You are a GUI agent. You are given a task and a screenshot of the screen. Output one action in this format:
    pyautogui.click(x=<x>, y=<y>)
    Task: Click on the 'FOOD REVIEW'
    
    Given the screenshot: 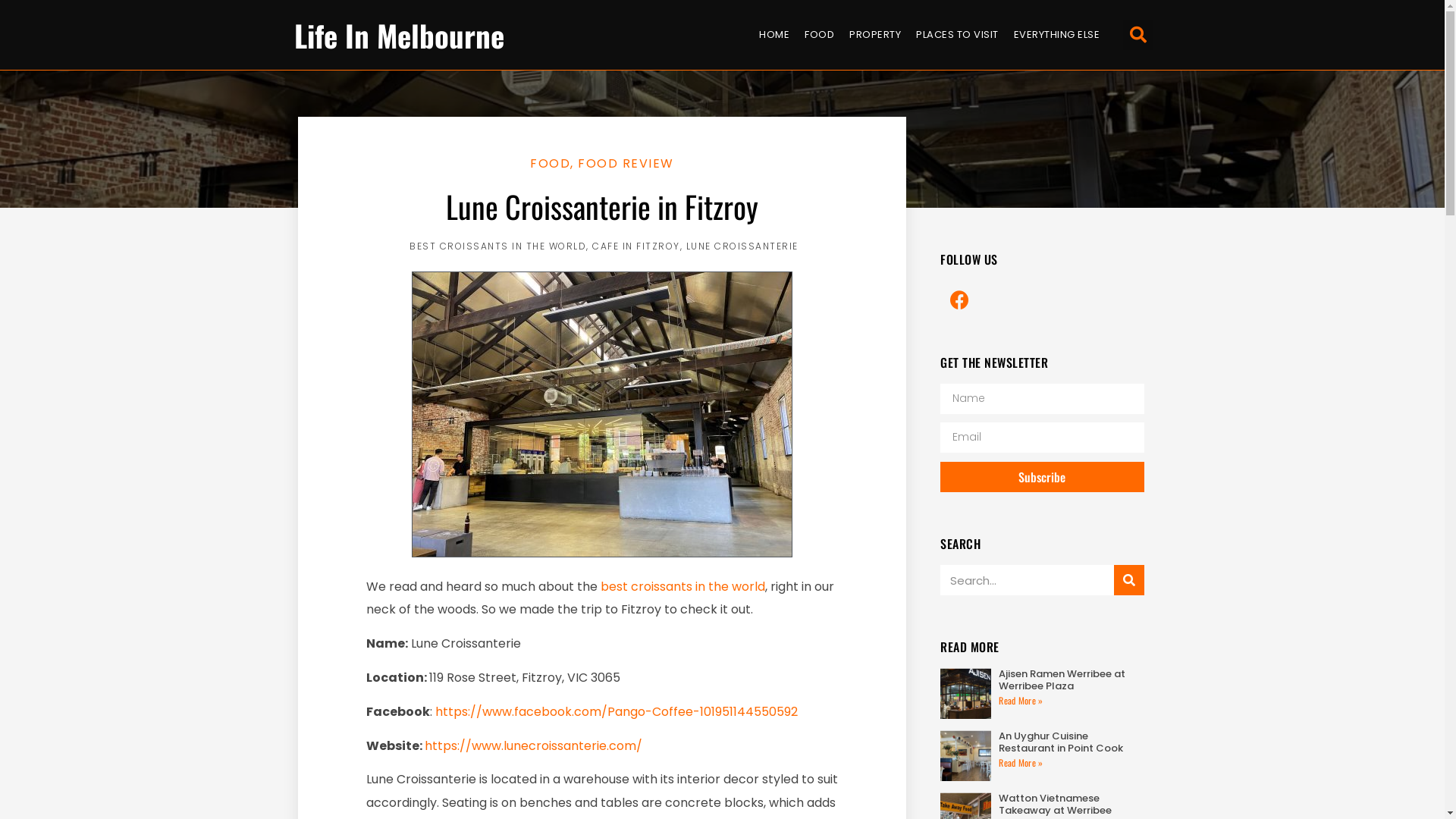 What is the action you would take?
    pyautogui.click(x=626, y=163)
    